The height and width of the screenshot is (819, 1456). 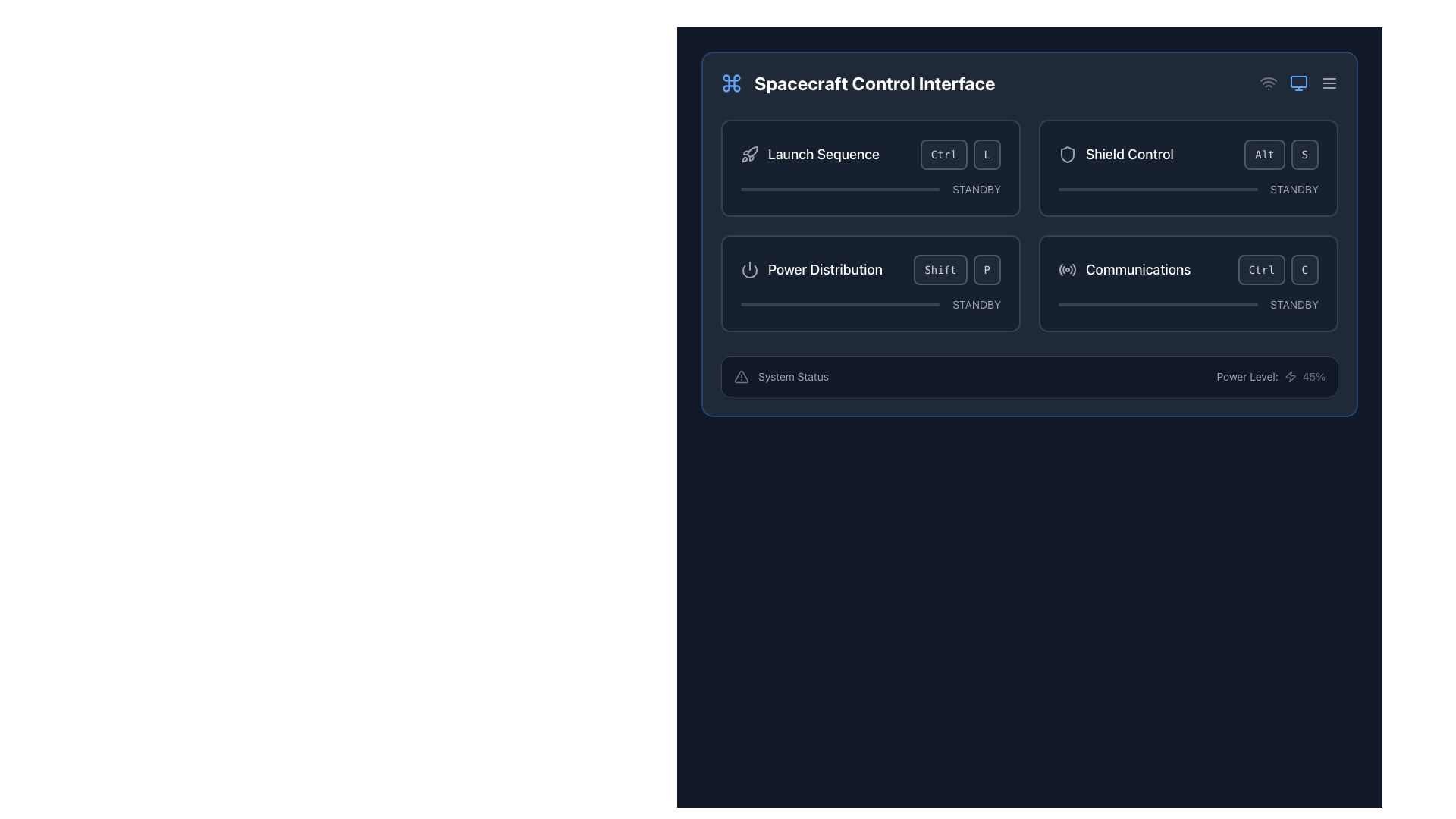 What do you see at coordinates (1289, 376) in the screenshot?
I see `the power indication icon located in the 'Power Level: 45%' section, positioned to the right of the text 'Power Level:' and preceding the numeric value '45%` at bounding box center [1289, 376].